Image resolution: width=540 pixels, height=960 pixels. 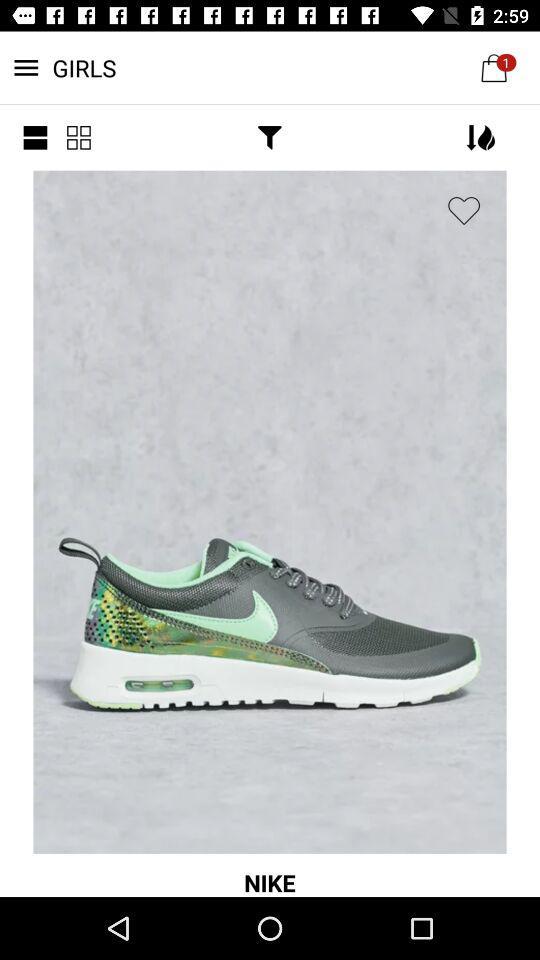 What do you see at coordinates (77, 136) in the screenshot?
I see `the item below girls` at bounding box center [77, 136].